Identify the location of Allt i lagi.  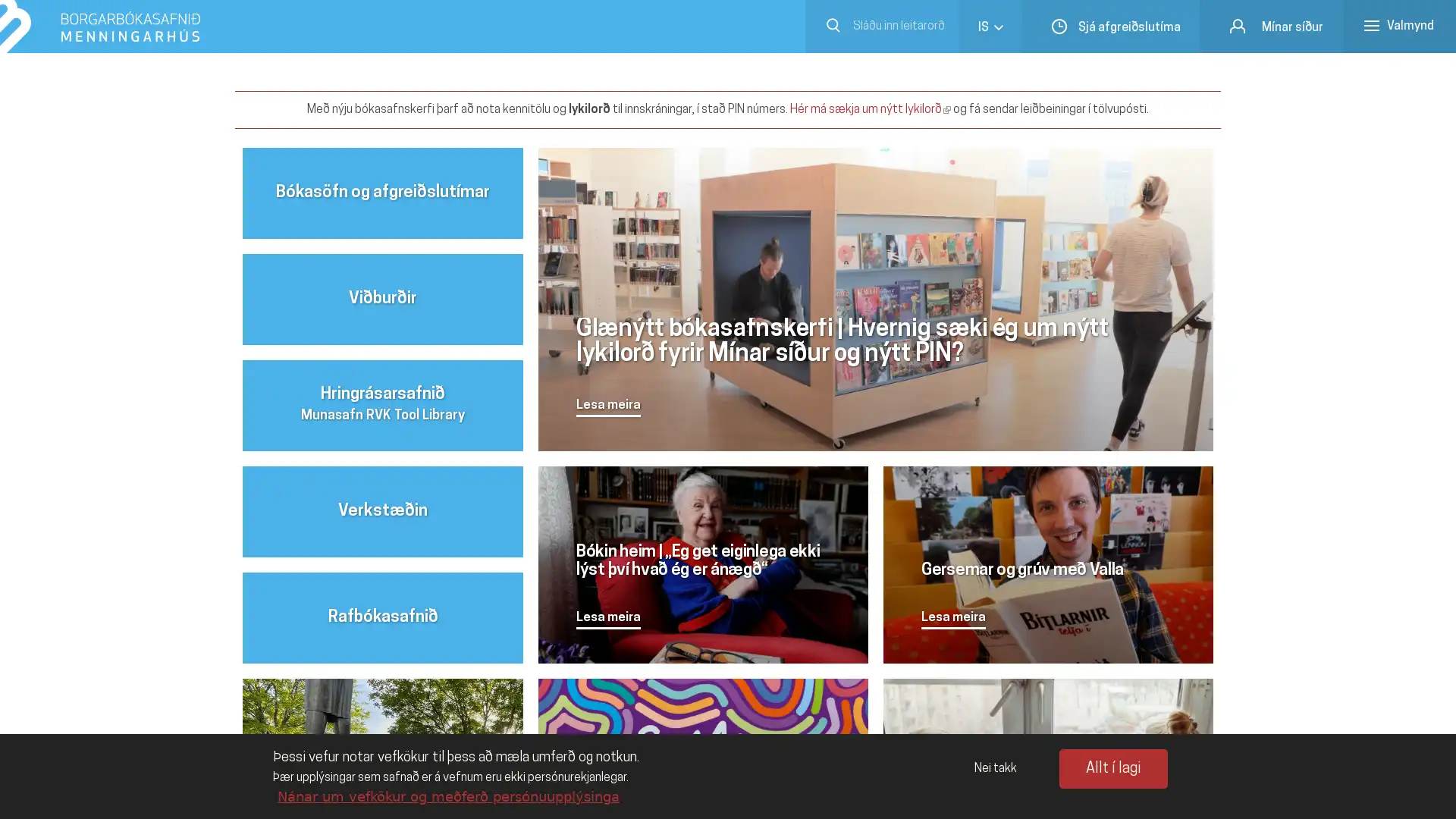
(1113, 769).